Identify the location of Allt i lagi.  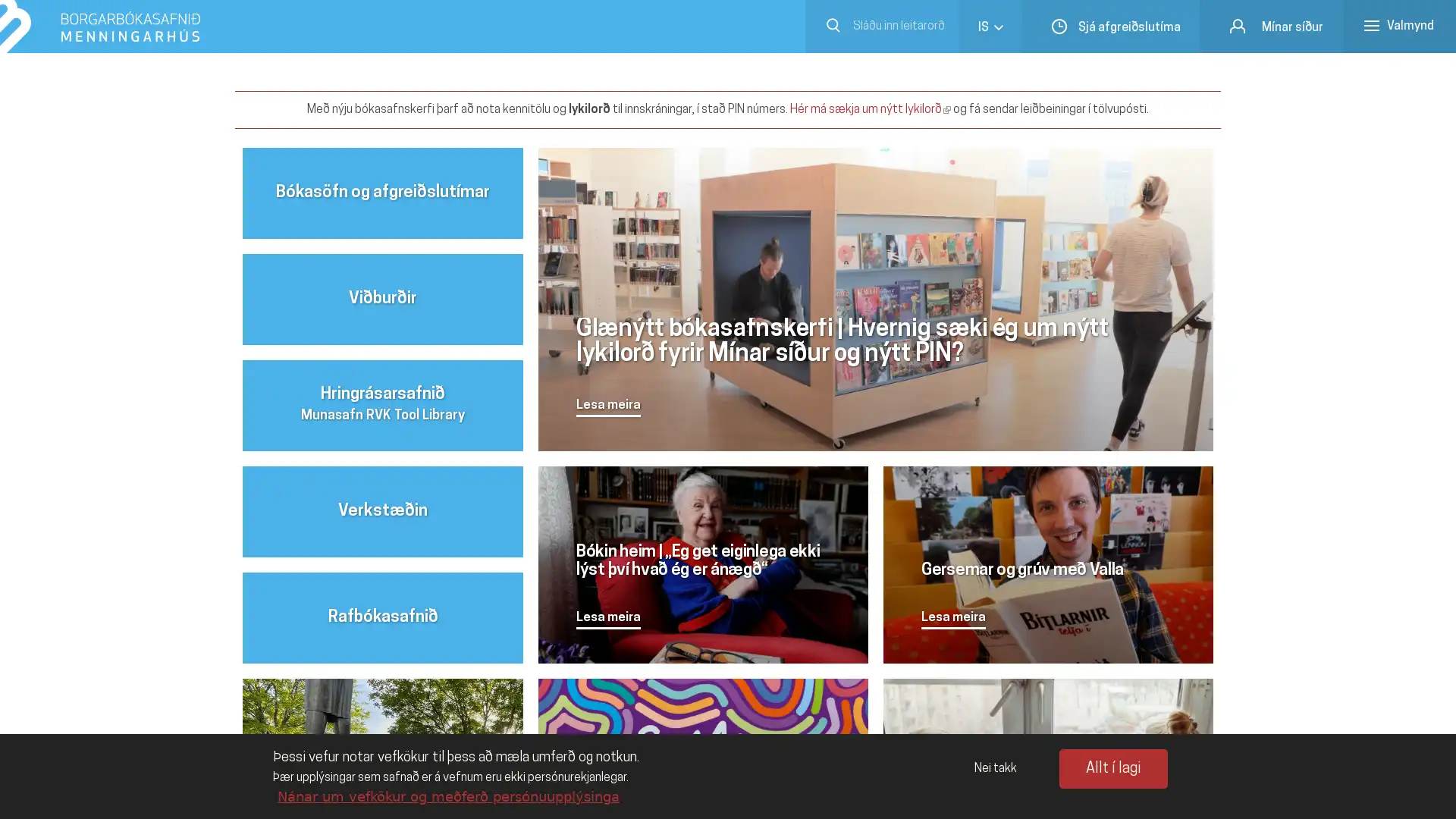
(1113, 769).